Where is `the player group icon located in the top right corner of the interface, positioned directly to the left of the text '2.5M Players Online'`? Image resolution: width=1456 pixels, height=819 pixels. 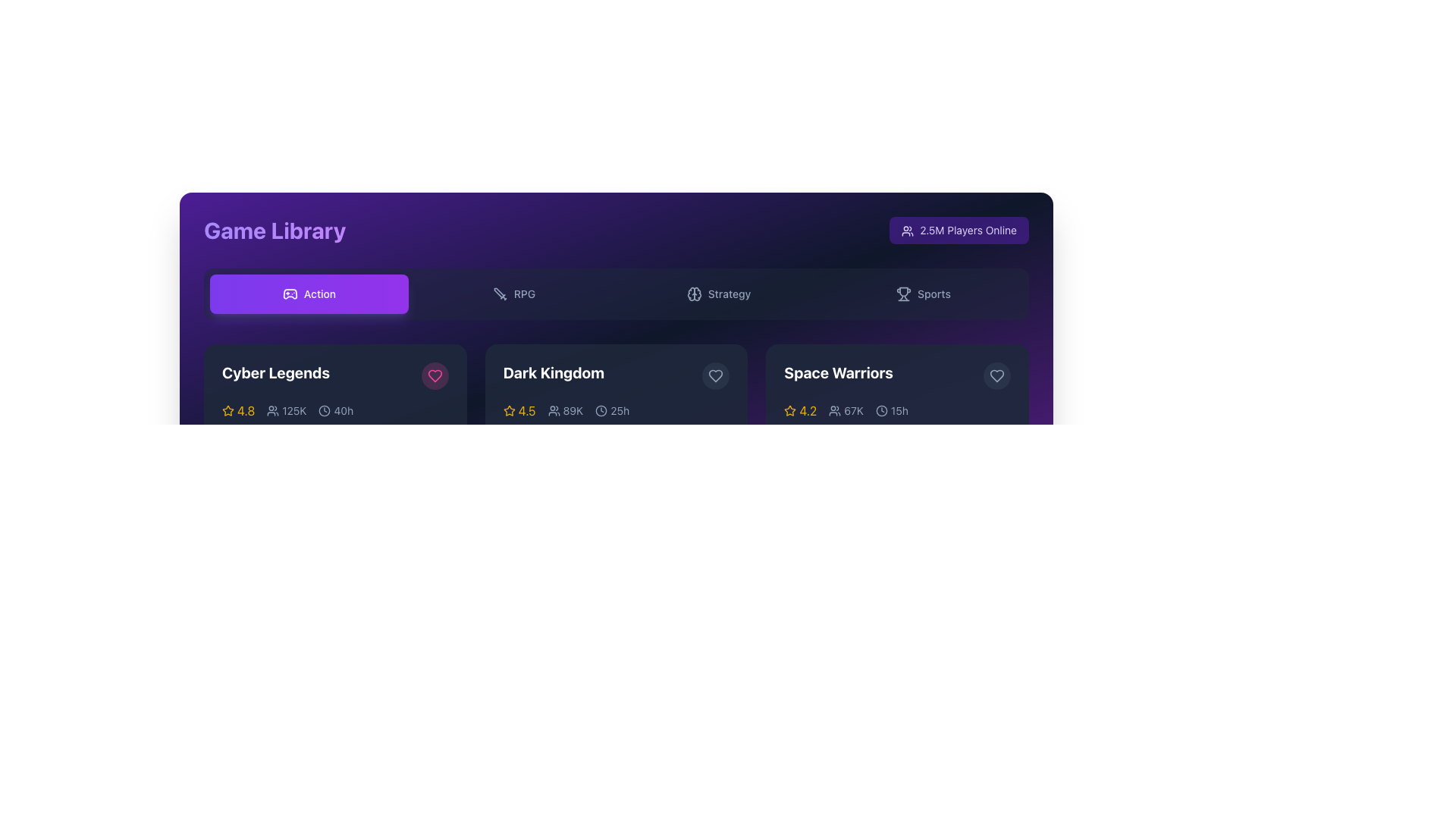
the player group icon located in the top right corner of the interface, positioned directly to the left of the text '2.5M Players Online' is located at coordinates (908, 231).